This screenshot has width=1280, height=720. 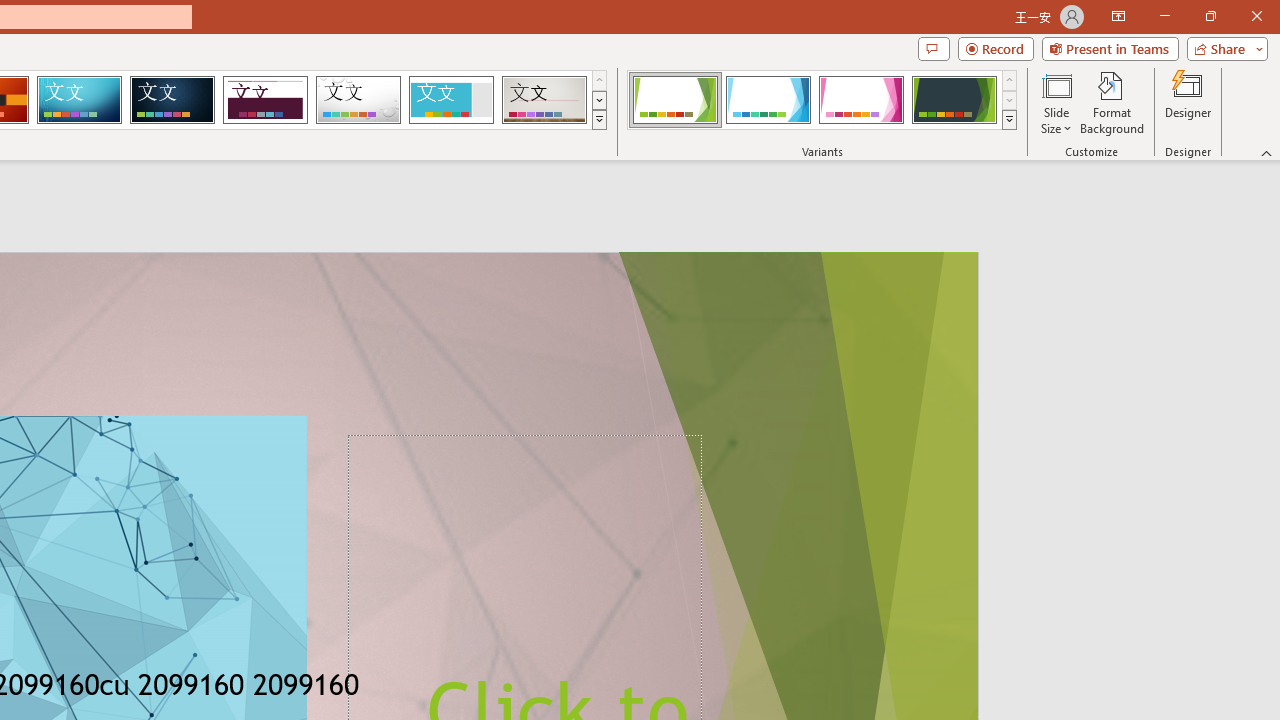 What do you see at coordinates (823, 100) in the screenshot?
I see `'AutomationID: ThemeVariantsGallery'` at bounding box center [823, 100].